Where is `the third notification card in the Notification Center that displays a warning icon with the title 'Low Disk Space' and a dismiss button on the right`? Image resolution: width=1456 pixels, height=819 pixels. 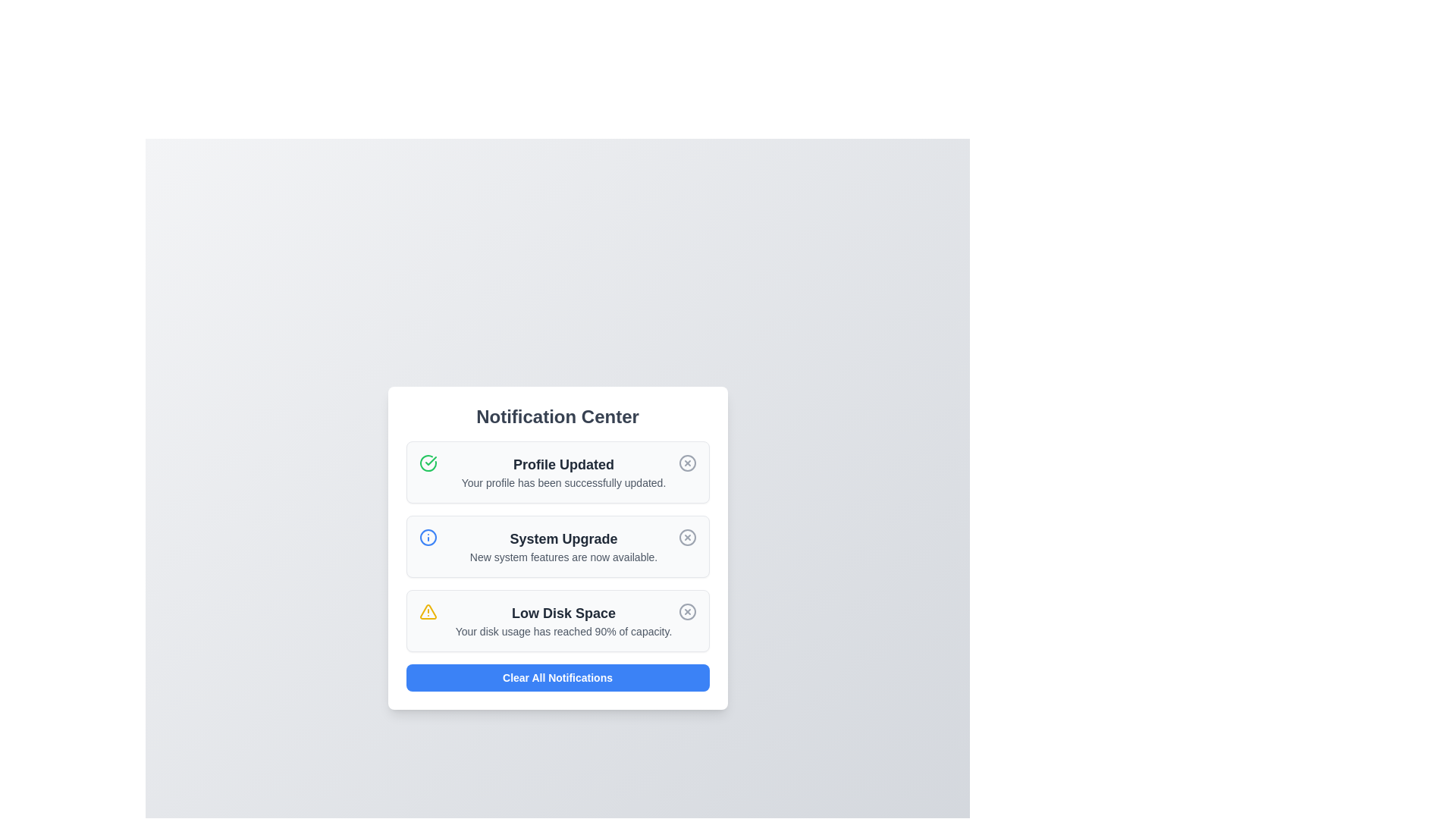
the third notification card in the Notification Center that displays a warning icon with the title 'Low Disk Space' and a dismiss button on the right is located at coordinates (557, 620).